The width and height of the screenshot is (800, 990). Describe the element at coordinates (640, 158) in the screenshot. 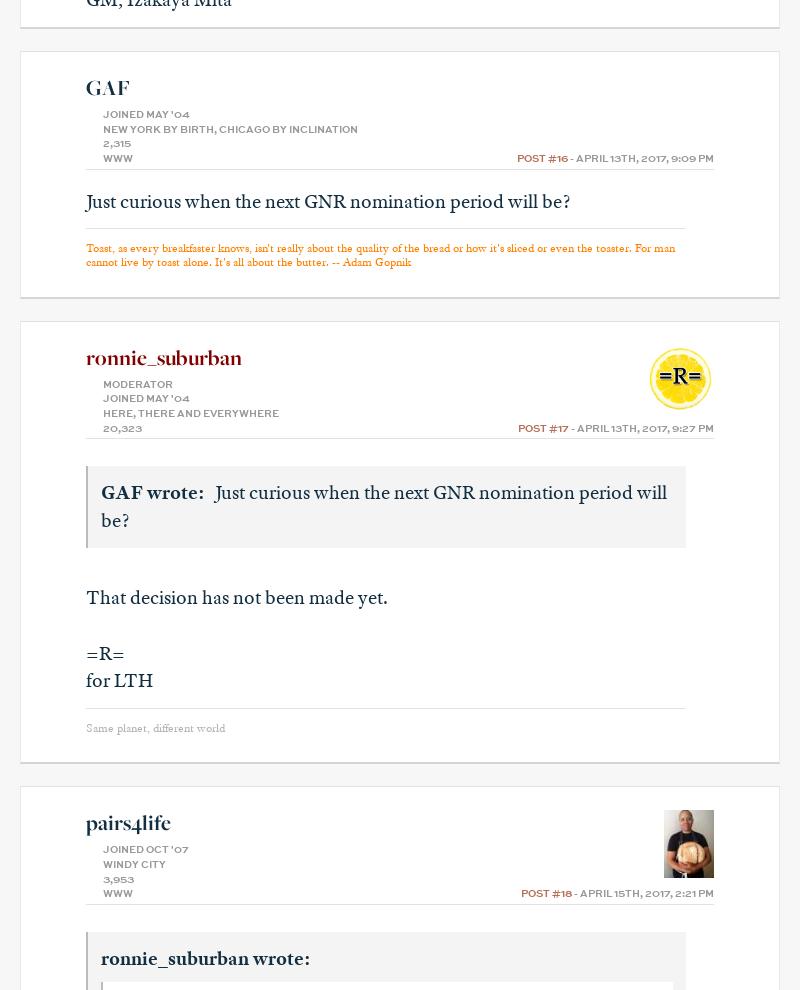

I see `'- April 13th, 2017, 9:09 pm'` at that location.